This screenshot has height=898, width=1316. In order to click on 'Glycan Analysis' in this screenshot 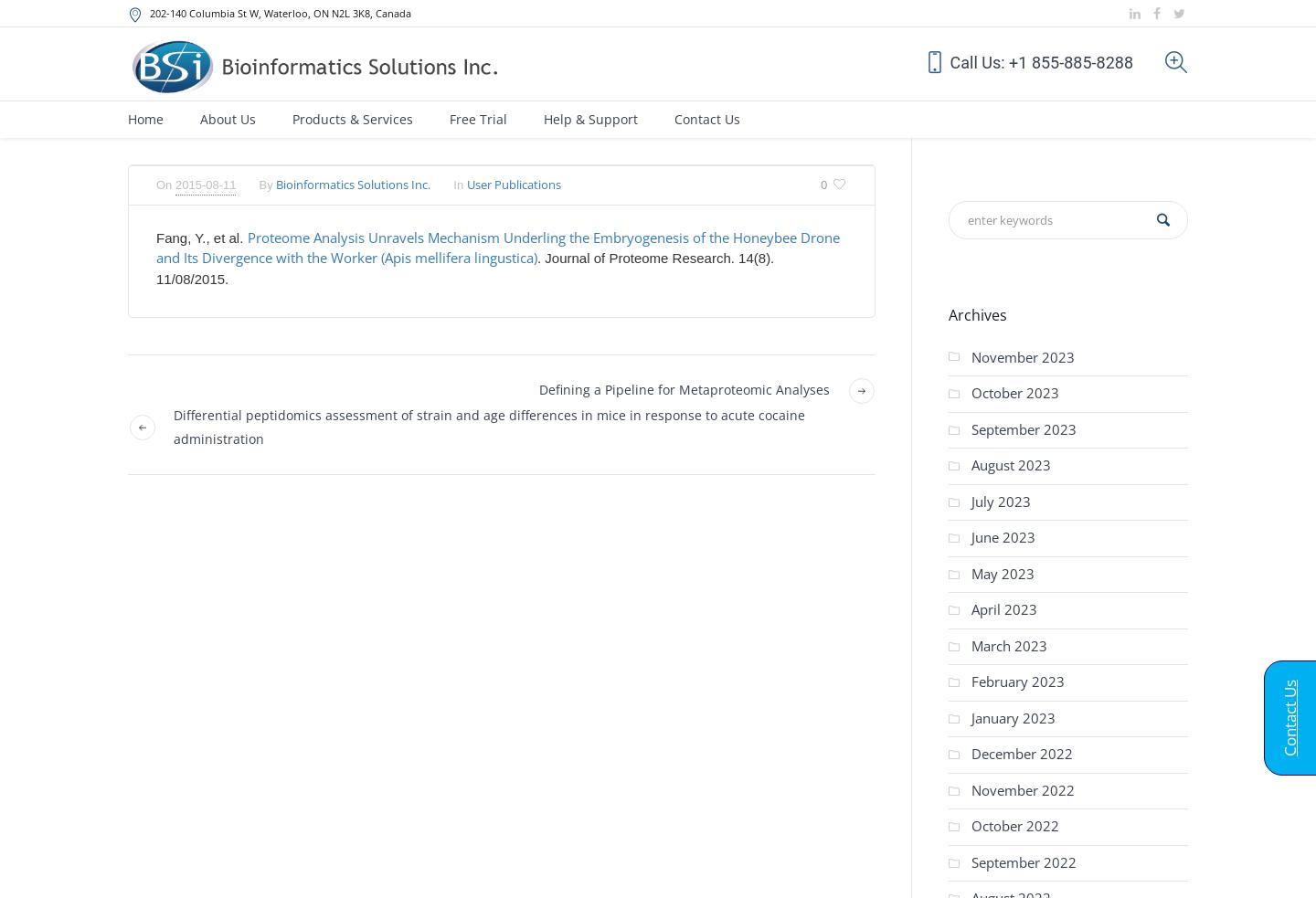, I will do `click(715, 498)`.